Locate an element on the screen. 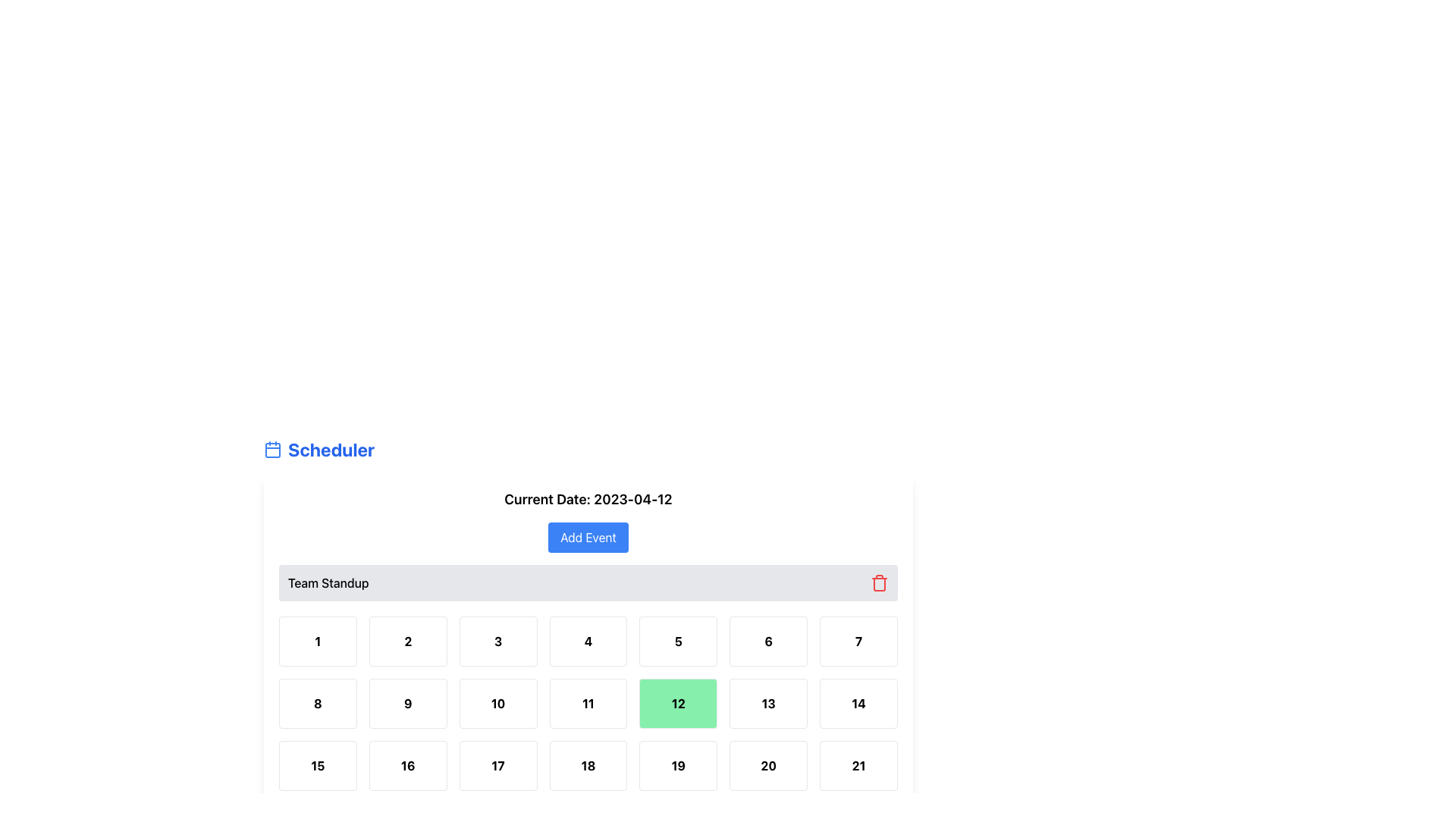 The height and width of the screenshot is (819, 1456). the grid cell element representing '19' is located at coordinates (677, 766).